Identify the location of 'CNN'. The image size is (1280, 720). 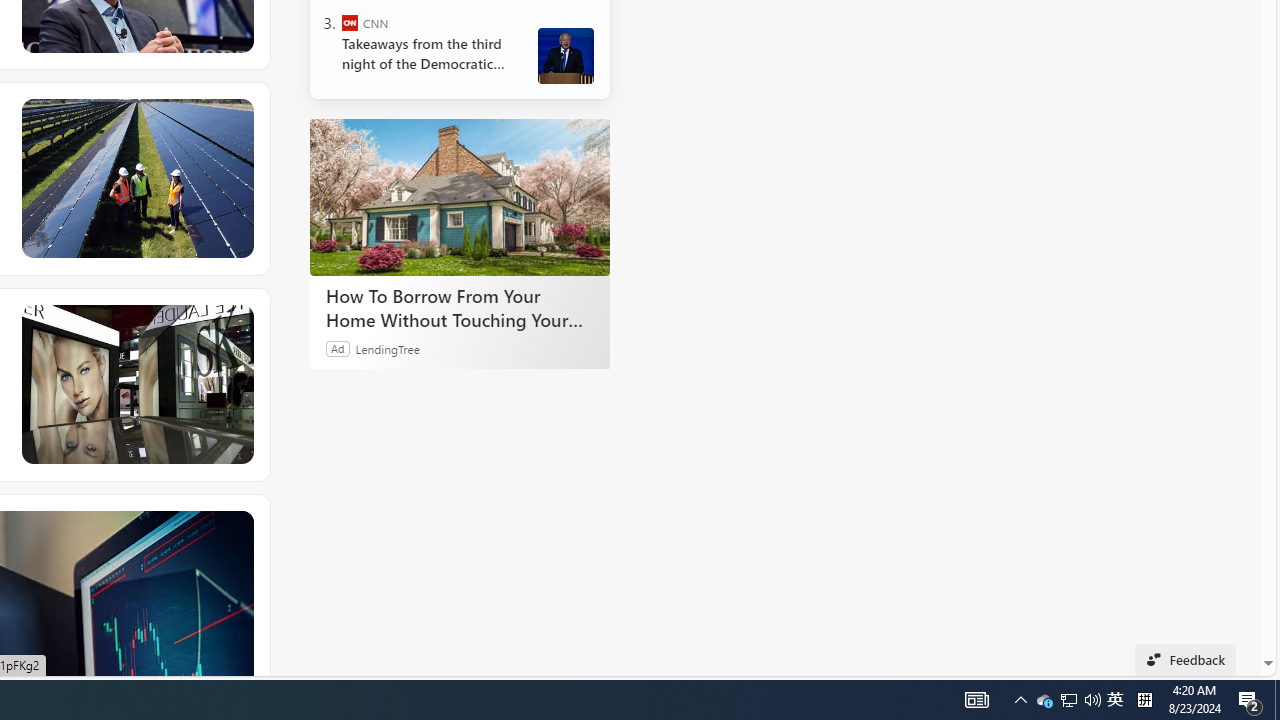
(350, 23).